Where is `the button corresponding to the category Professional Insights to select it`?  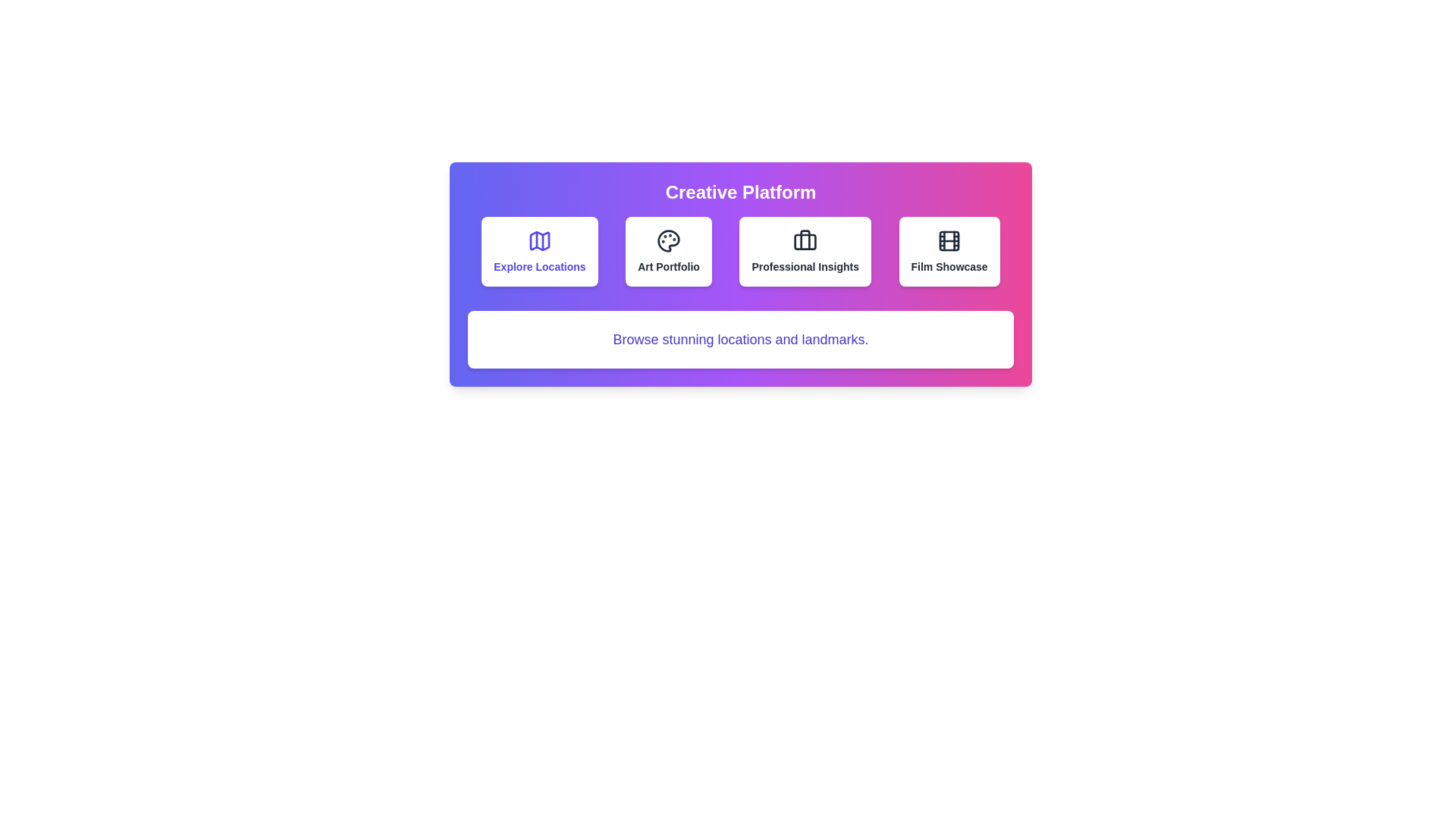
the button corresponding to the category Professional Insights to select it is located at coordinates (805, 250).